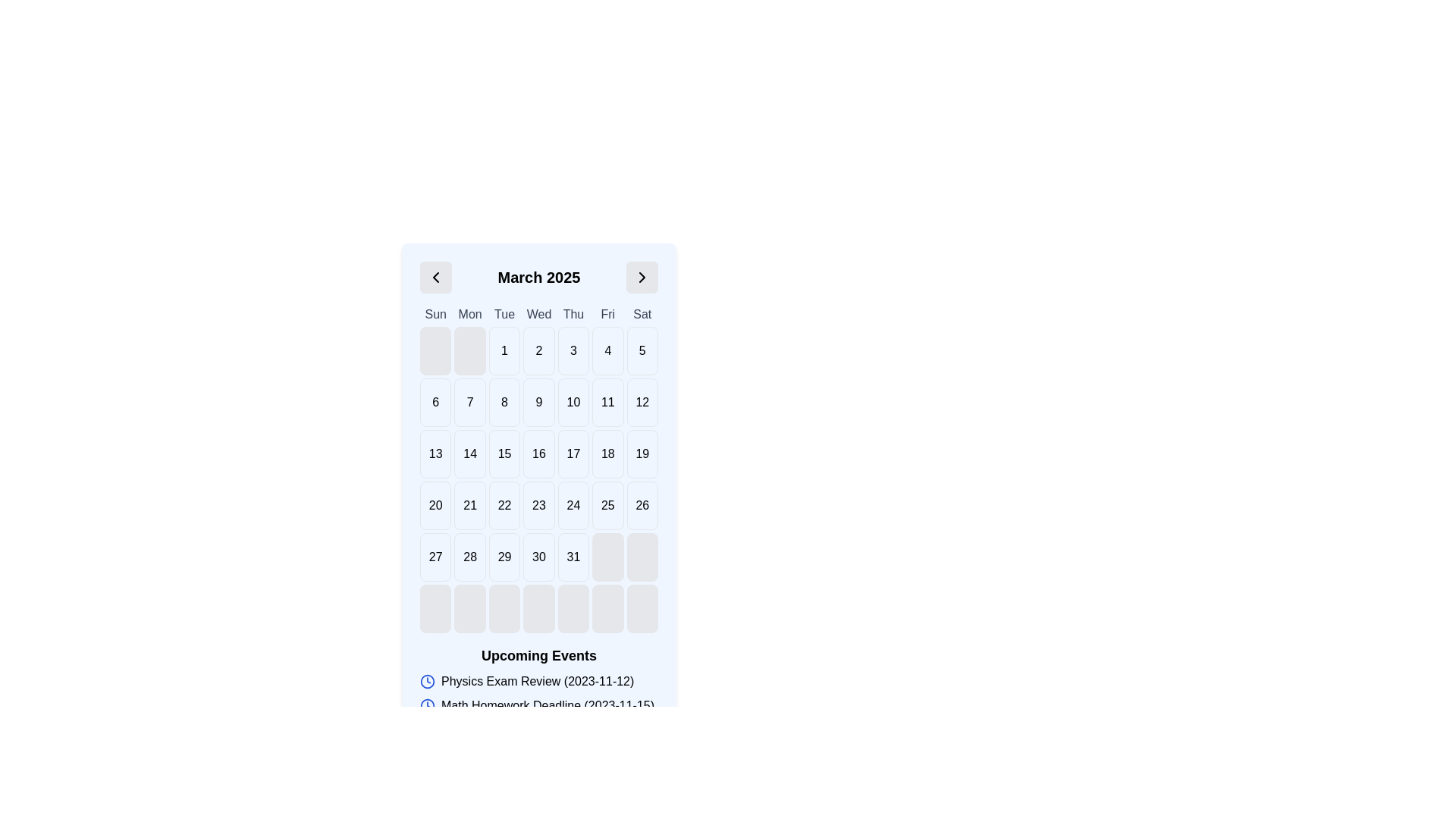 Image resolution: width=1456 pixels, height=819 pixels. What do you see at coordinates (435, 402) in the screenshot?
I see `the Calendar date tile representing the 6th day of the month, located in the second row and first column of the calendar grid` at bounding box center [435, 402].